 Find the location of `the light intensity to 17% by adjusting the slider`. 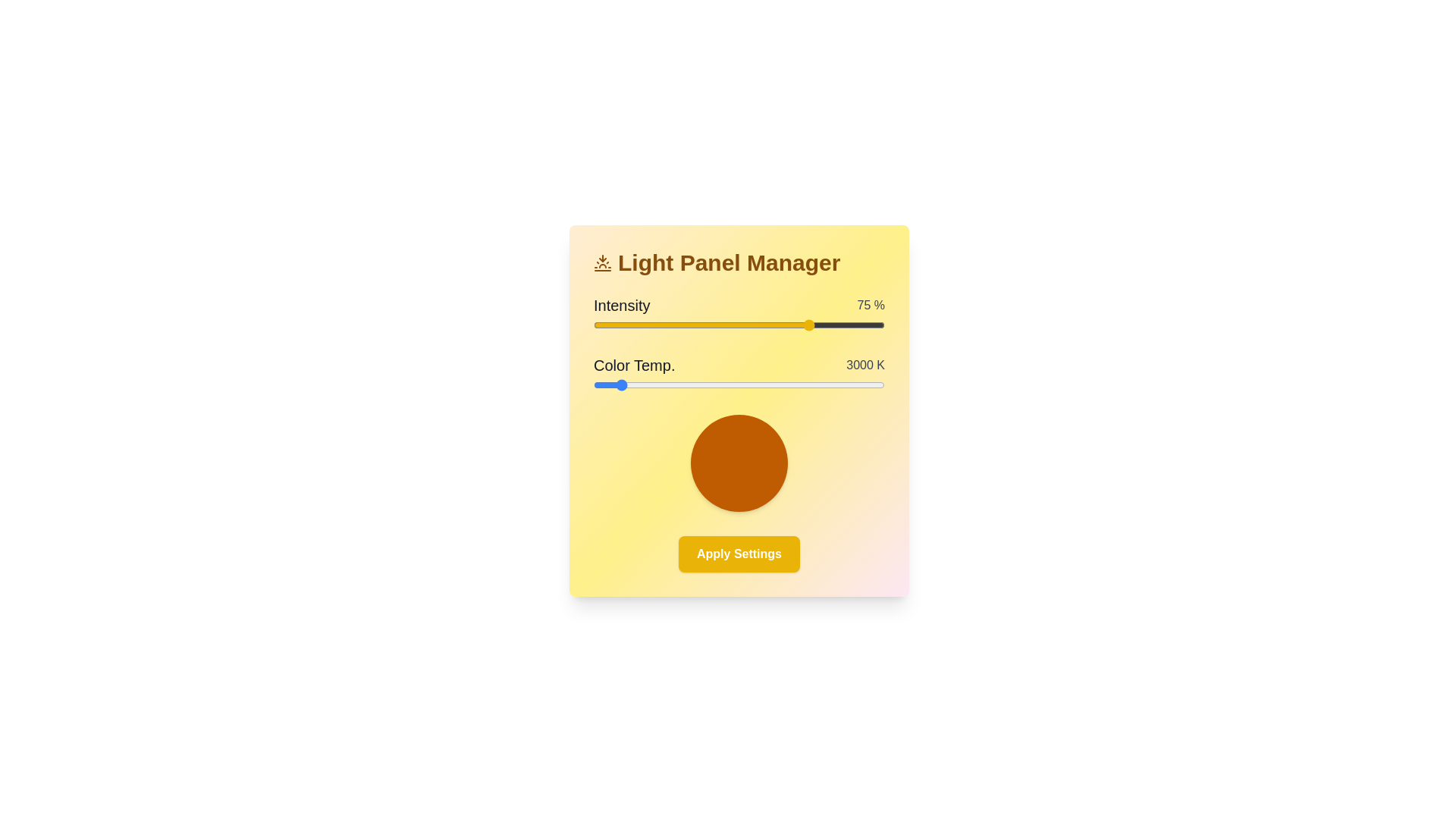

the light intensity to 17% by adjusting the slider is located at coordinates (643, 324).